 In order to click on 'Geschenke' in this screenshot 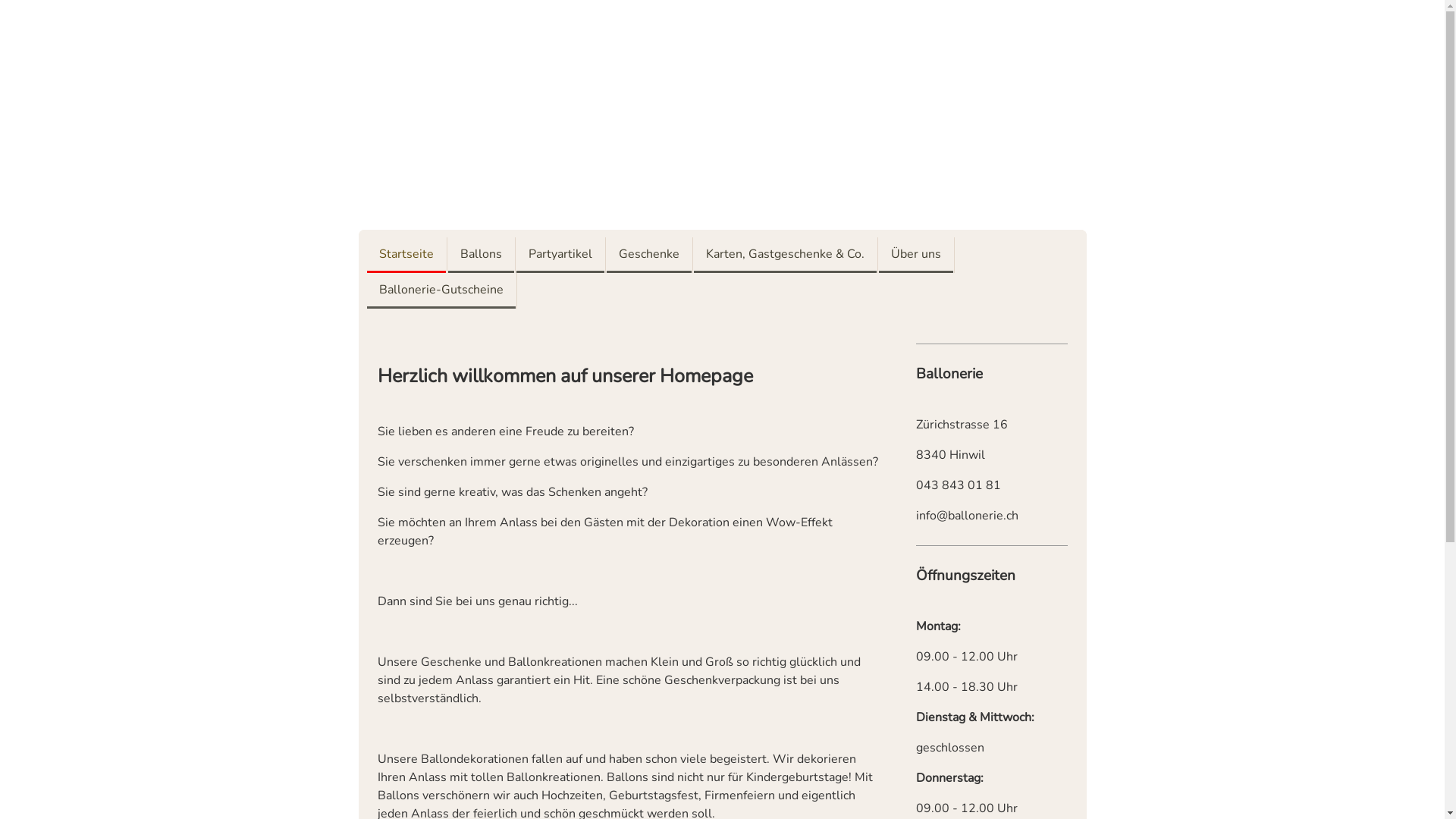, I will do `click(648, 254)`.